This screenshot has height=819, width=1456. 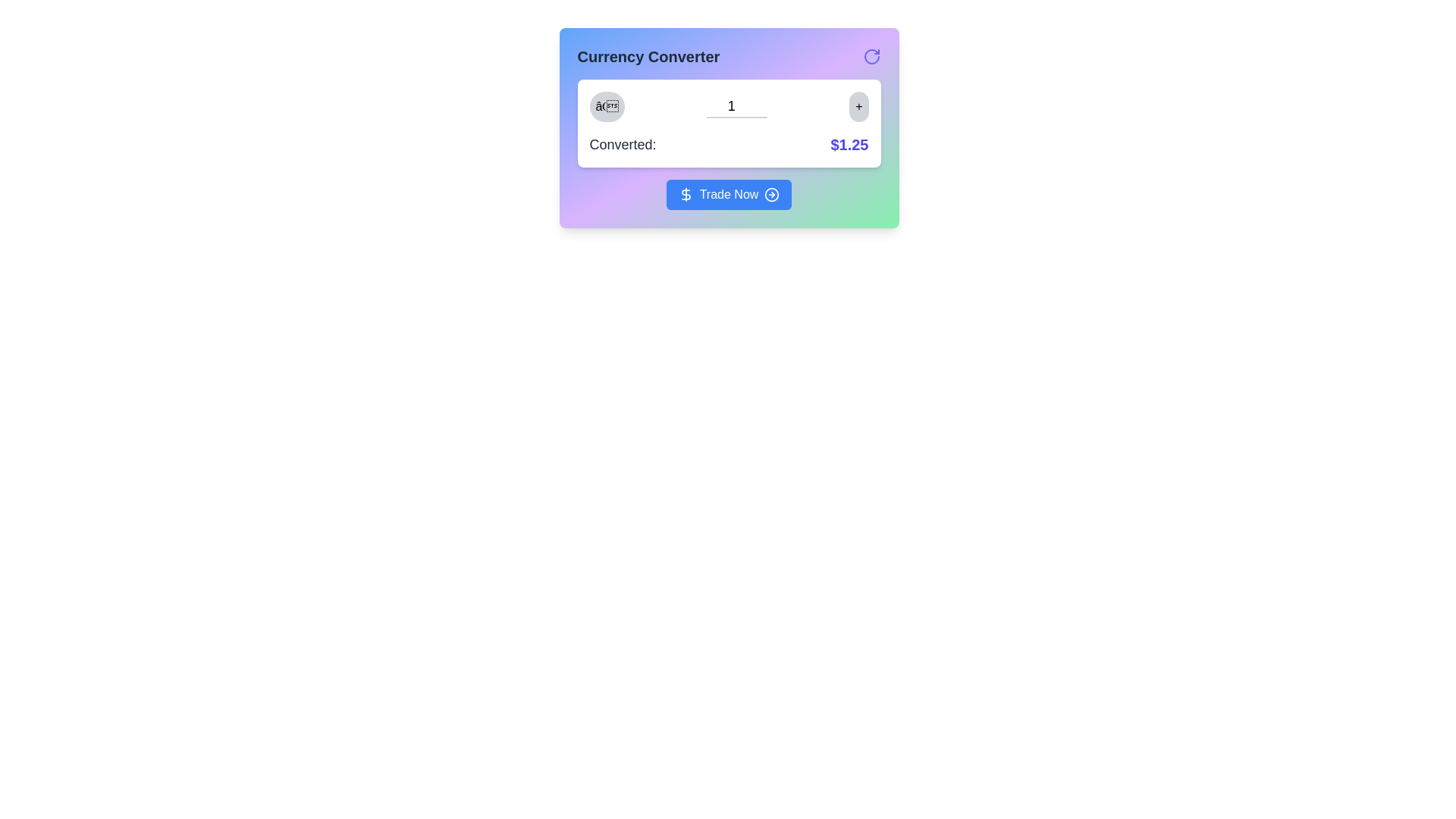 I want to click on the Number Input Field, which is centrally located between the '-' button on the left and the '+' button on the right, positioned near the top-center of the interface, so click(x=737, y=106).